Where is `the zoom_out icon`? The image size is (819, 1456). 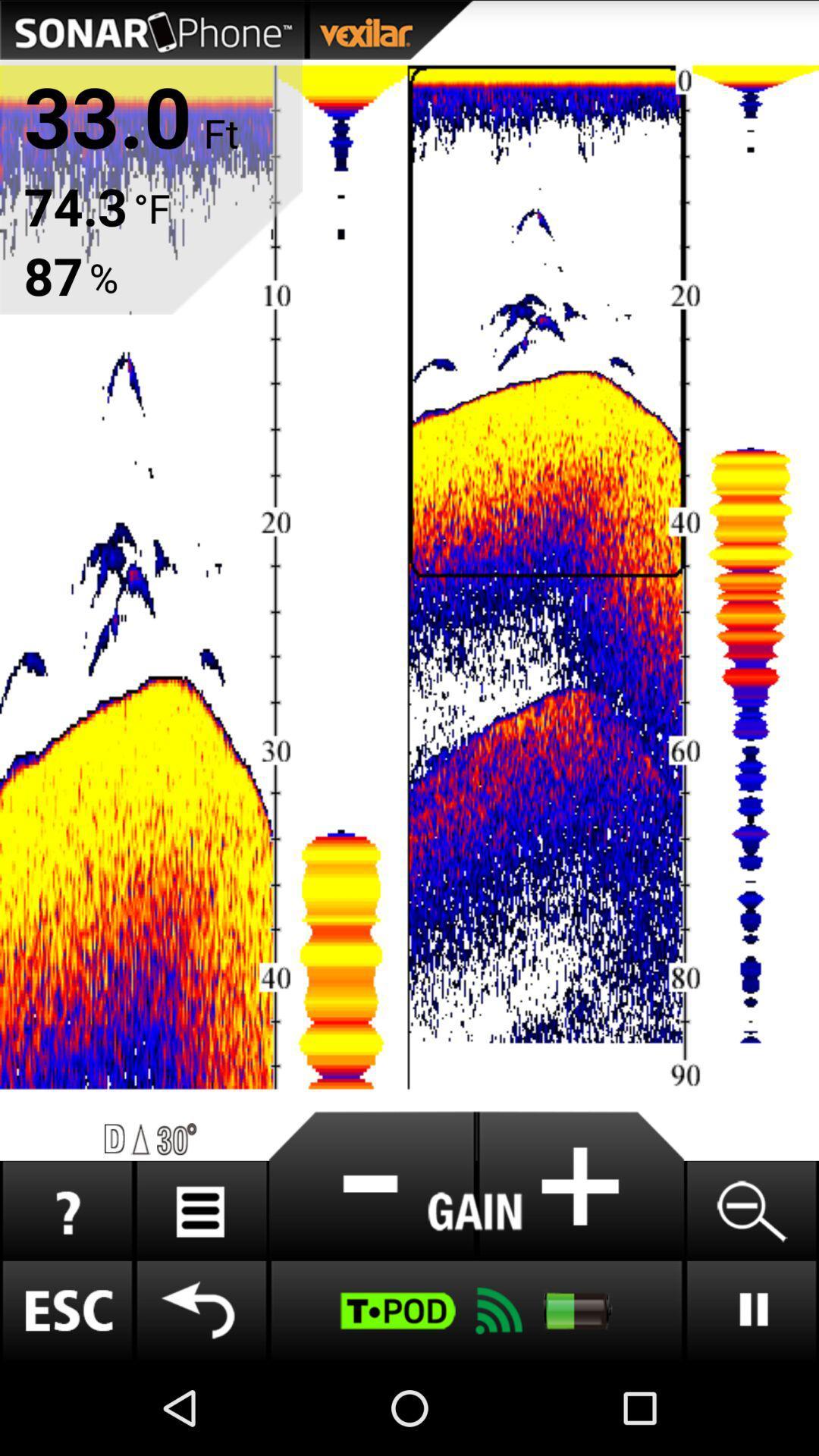
the zoom_out icon is located at coordinates (751, 1295).